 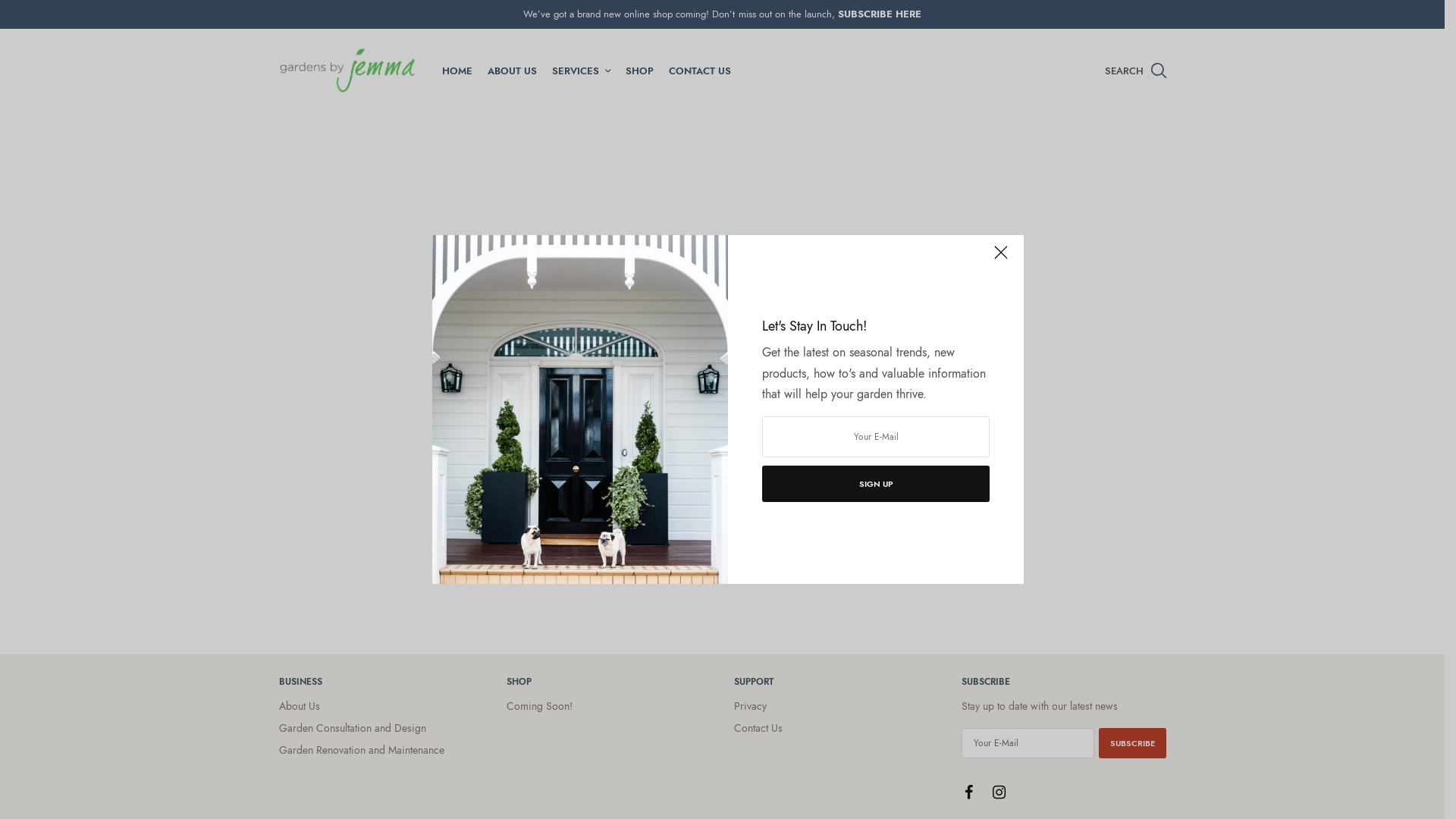 I want to click on 'ABOUT US', so click(x=511, y=71).